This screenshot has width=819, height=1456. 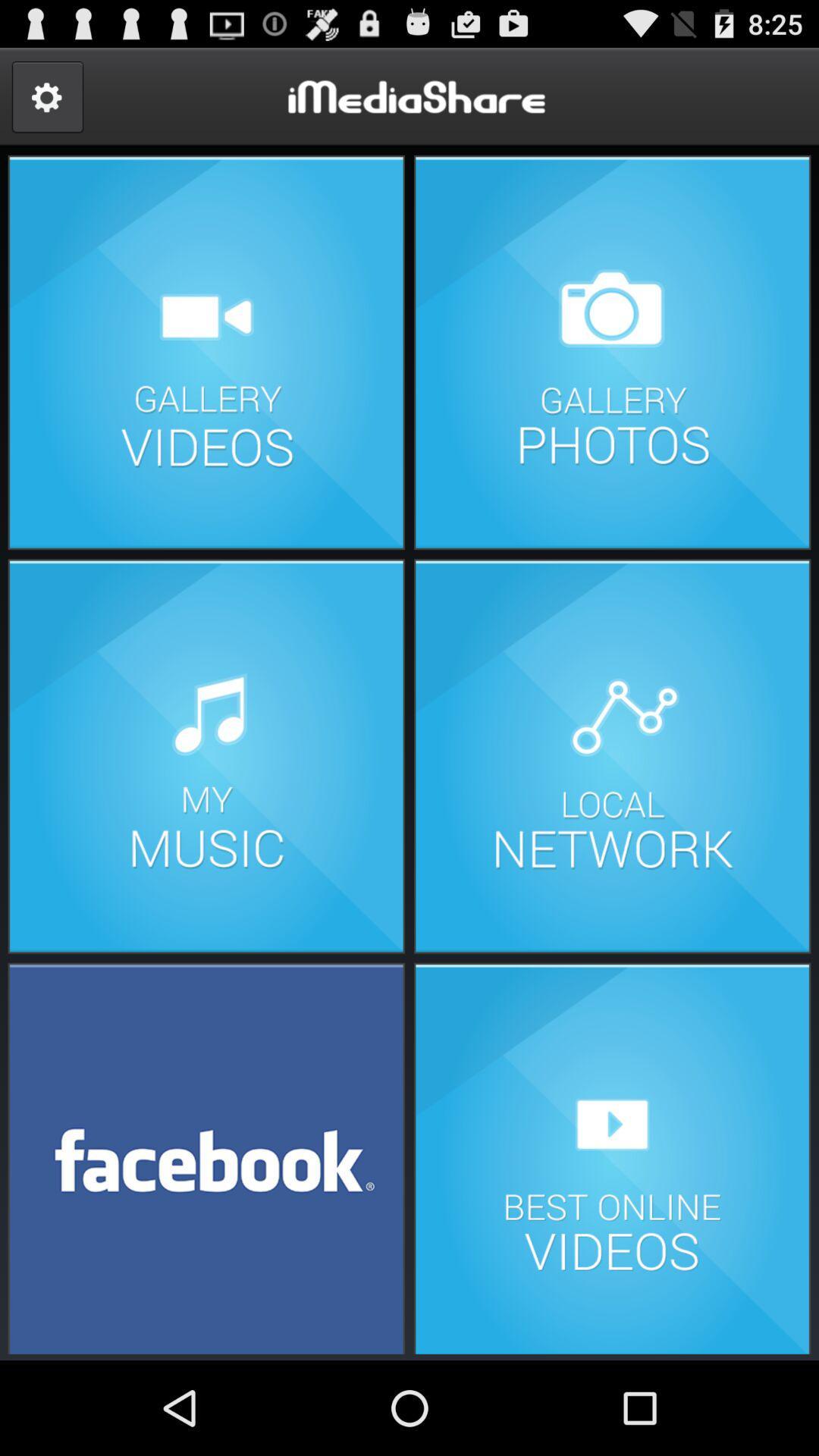 I want to click on connect to wifi, so click(x=611, y=756).